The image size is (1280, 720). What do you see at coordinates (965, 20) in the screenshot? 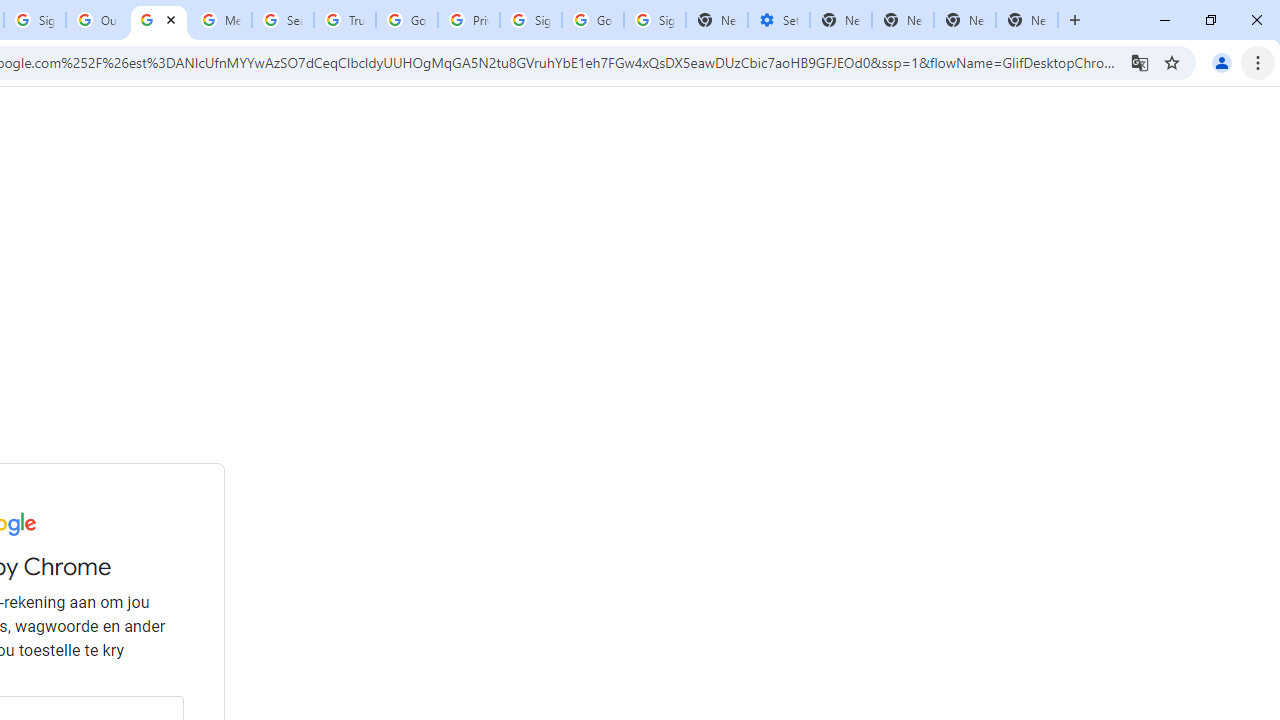
I see `'New Tab'` at bounding box center [965, 20].